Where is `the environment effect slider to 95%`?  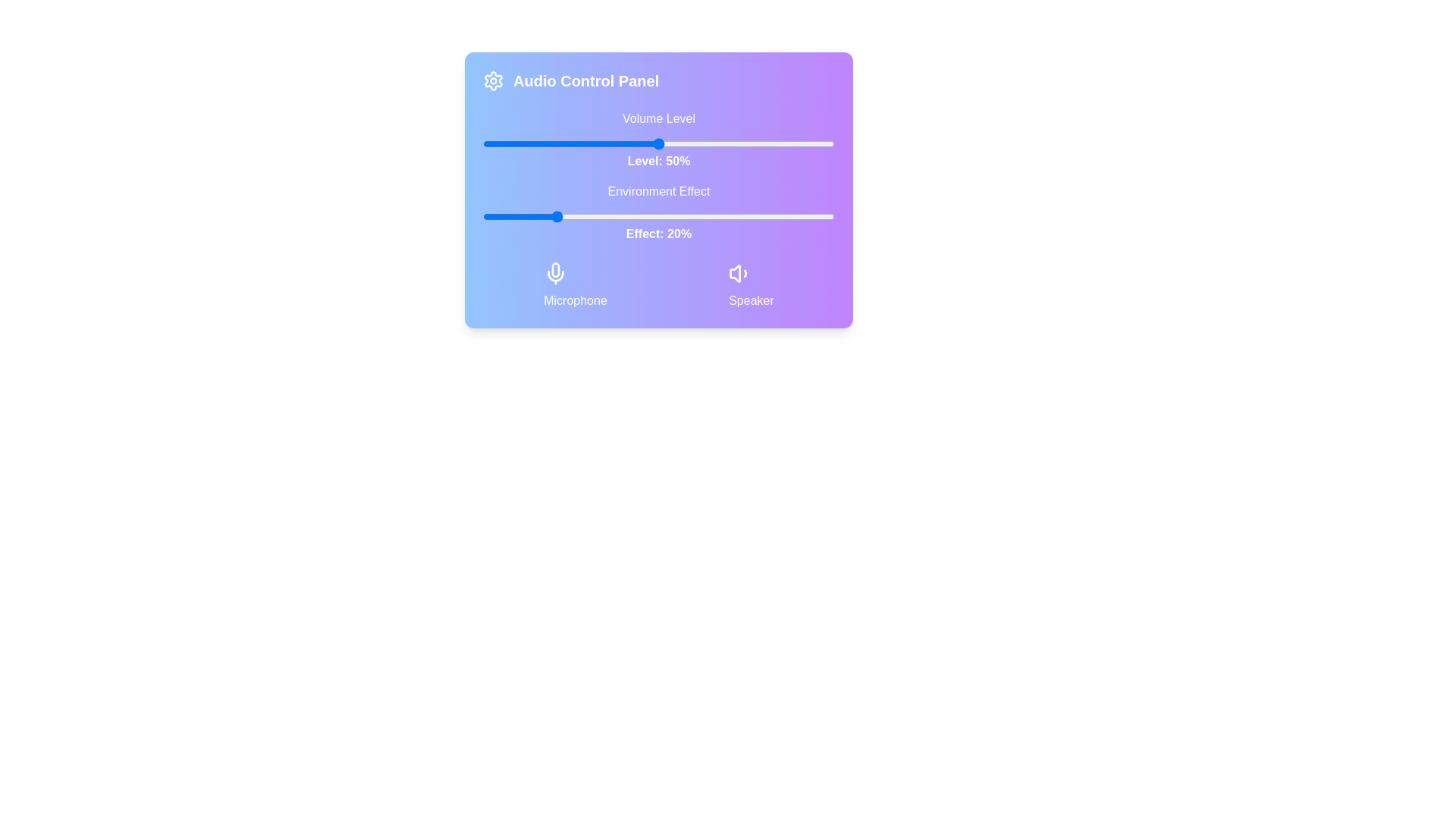 the environment effect slider to 95% is located at coordinates (816, 216).